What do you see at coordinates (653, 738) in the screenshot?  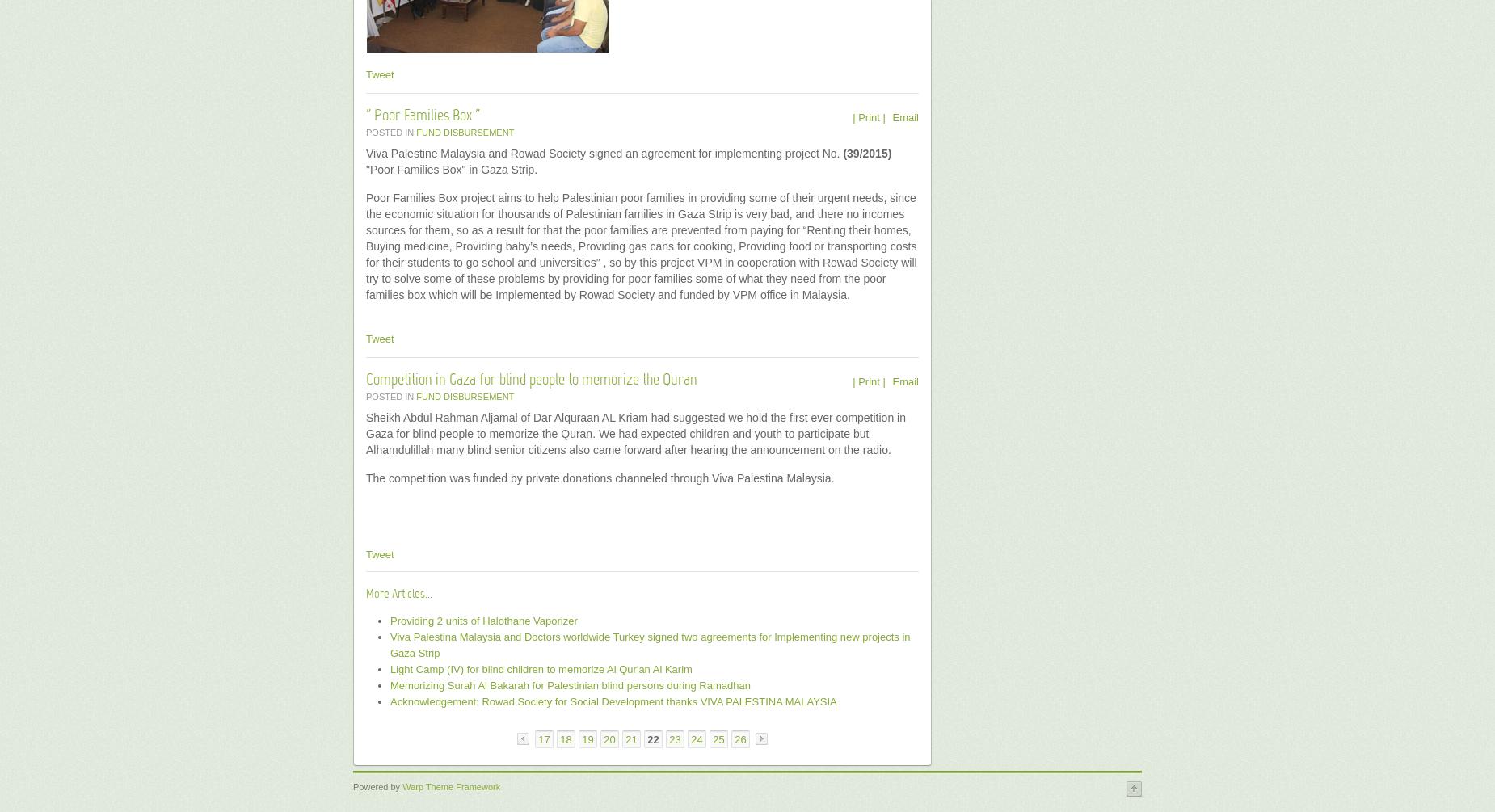 I see `'22'` at bounding box center [653, 738].